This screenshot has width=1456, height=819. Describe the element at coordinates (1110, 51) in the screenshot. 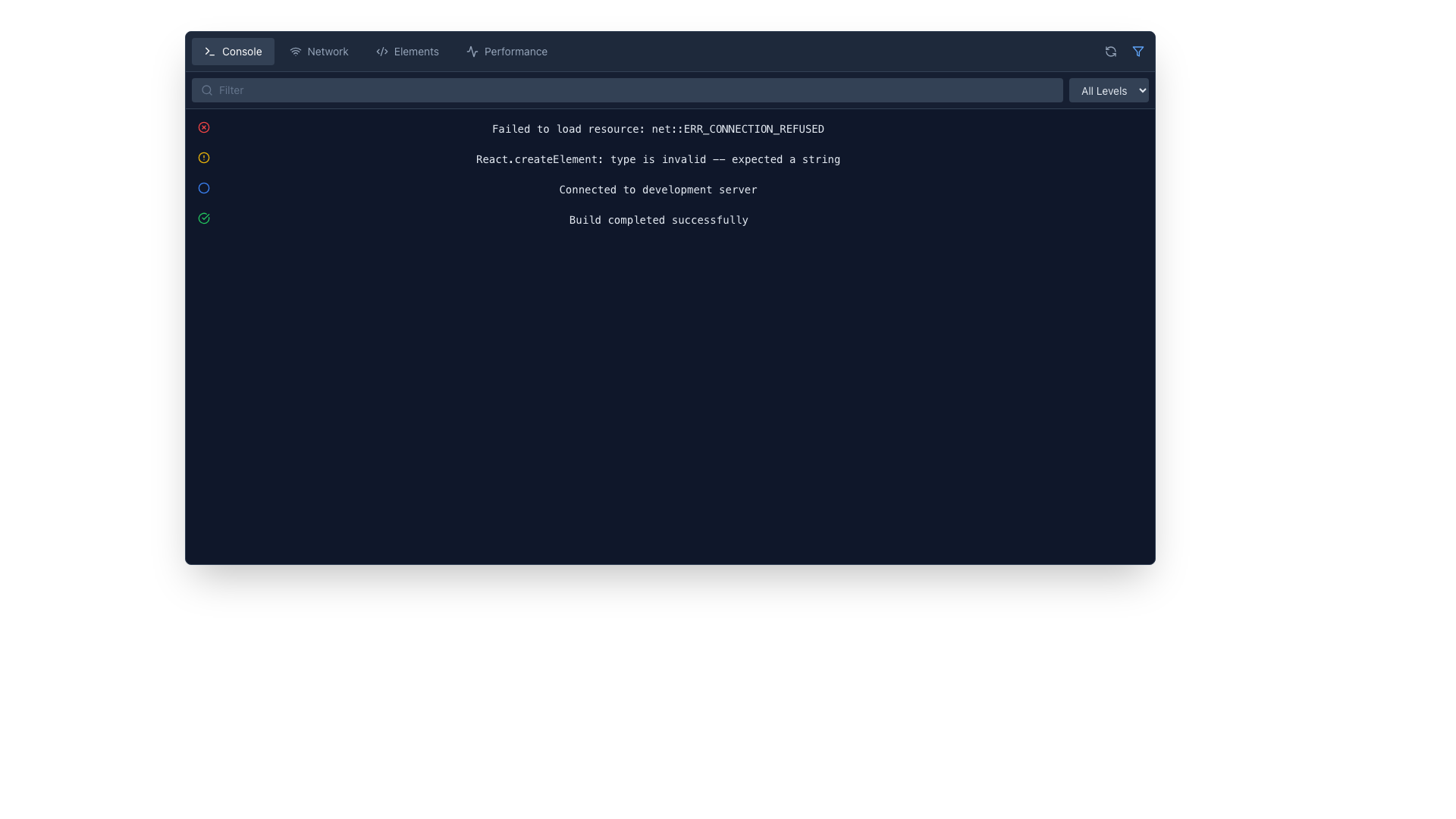

I see `the circular refresh icon located in the top-right corner of the interface to change its appearance` at that location.